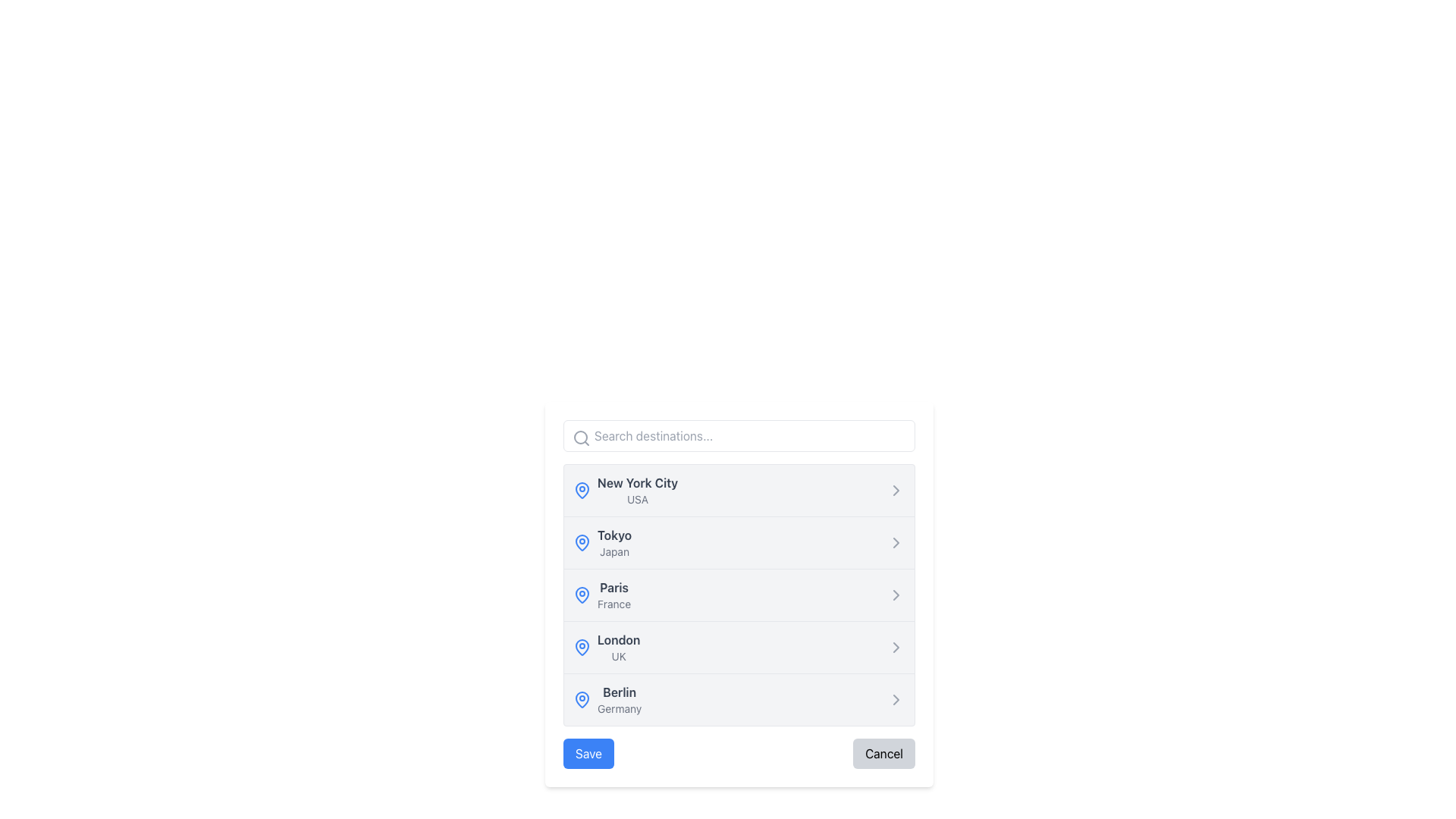 Image resolution: width=1456 pixels, height=819 pixels. Describe the element at coordinates (620, 708) in the screenshot. I see `the text label displaying 'Germany', which is a smaller gray font positioned below the prominently styled 'Berlin' text in a vertical list` at that location.